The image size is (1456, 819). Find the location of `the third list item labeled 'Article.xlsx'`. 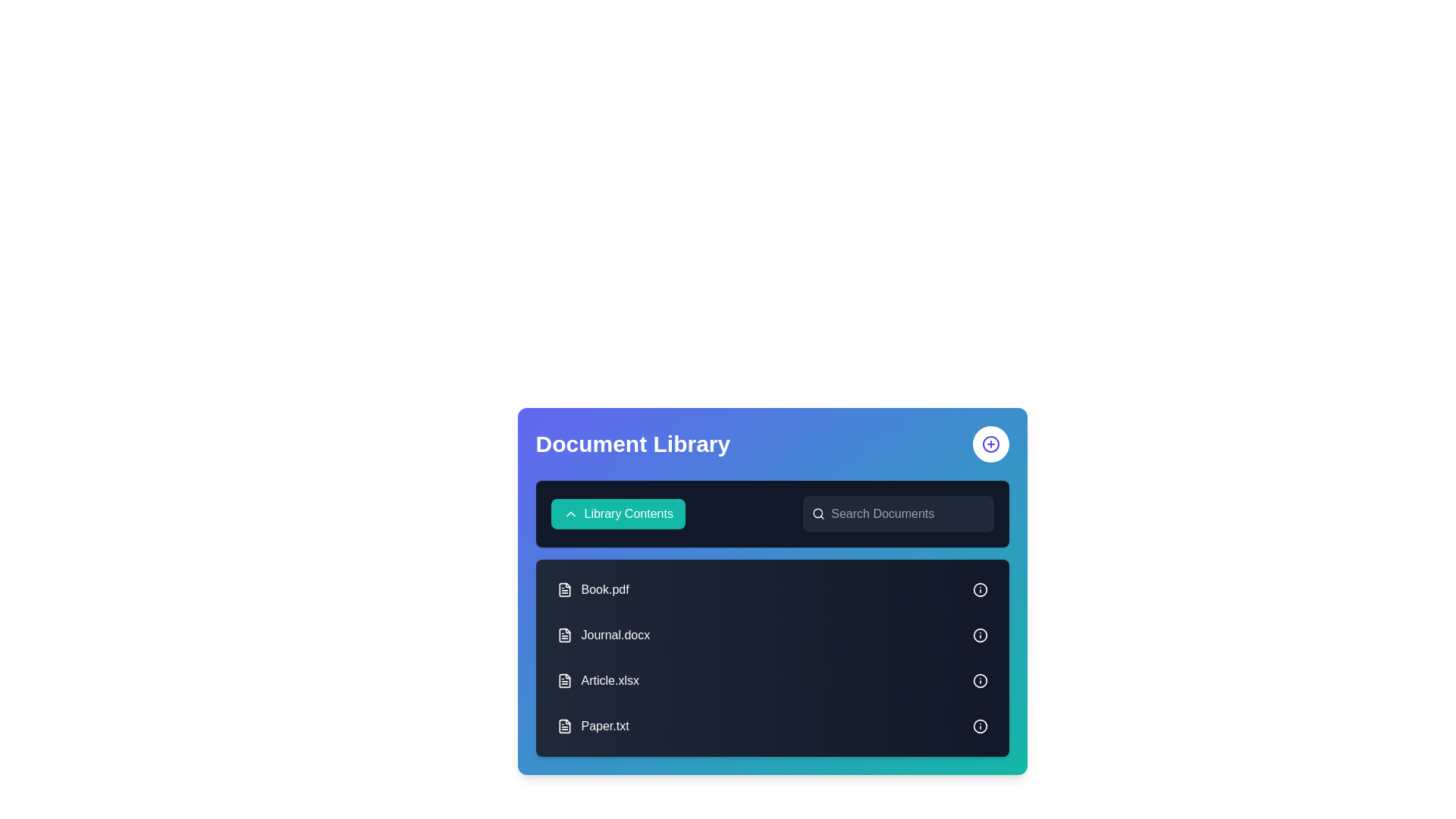

the third list item labeled 'Article.xlsx' is located at coordinates (772, 680).